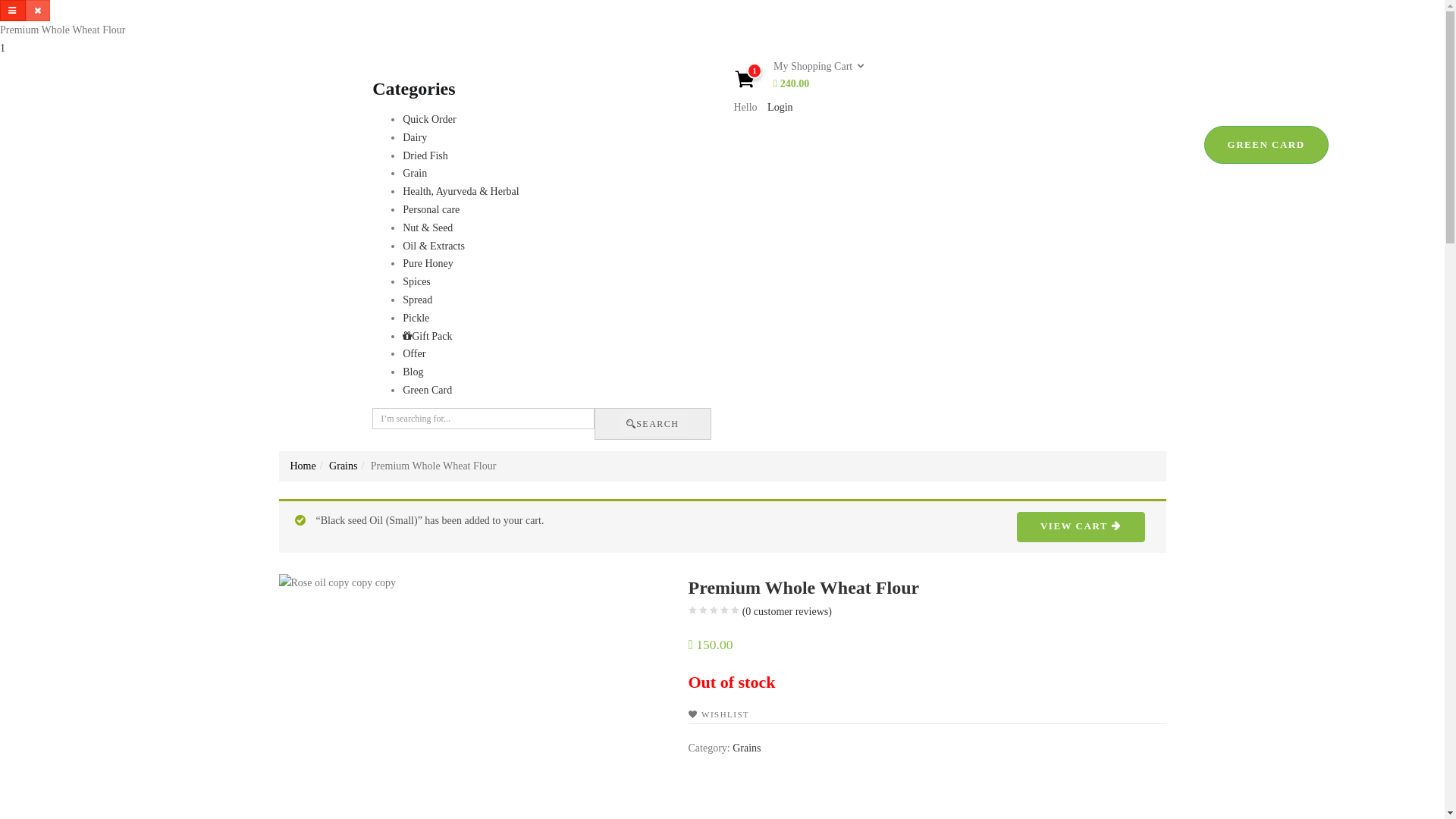  What do you see at coordinates (1266, 145) in the screenshot?
I see `'GREEN CARD'` at bounding box center [1266, 145].